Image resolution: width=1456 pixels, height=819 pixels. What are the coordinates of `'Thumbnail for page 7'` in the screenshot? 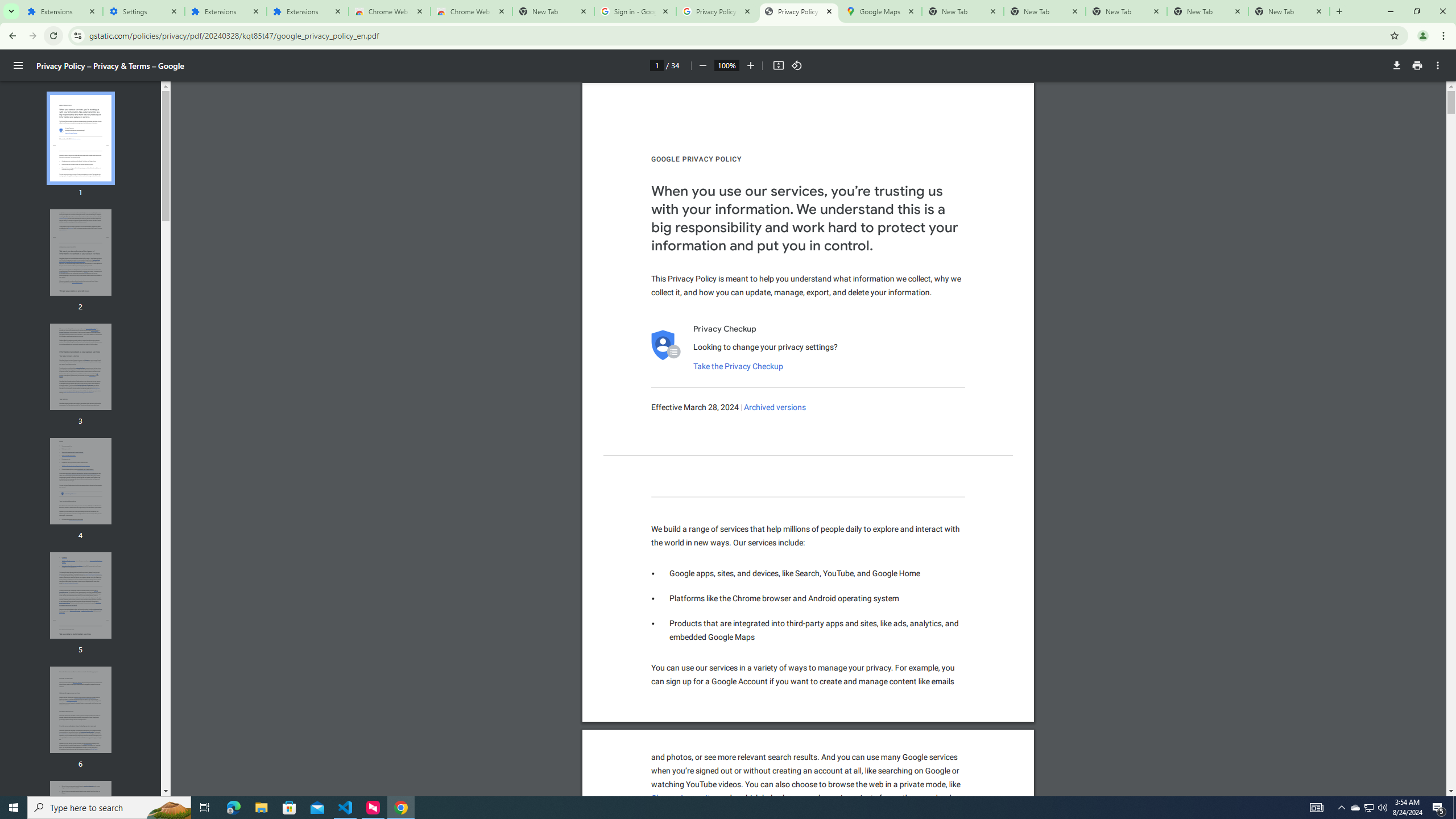 It's located at (81, 819).